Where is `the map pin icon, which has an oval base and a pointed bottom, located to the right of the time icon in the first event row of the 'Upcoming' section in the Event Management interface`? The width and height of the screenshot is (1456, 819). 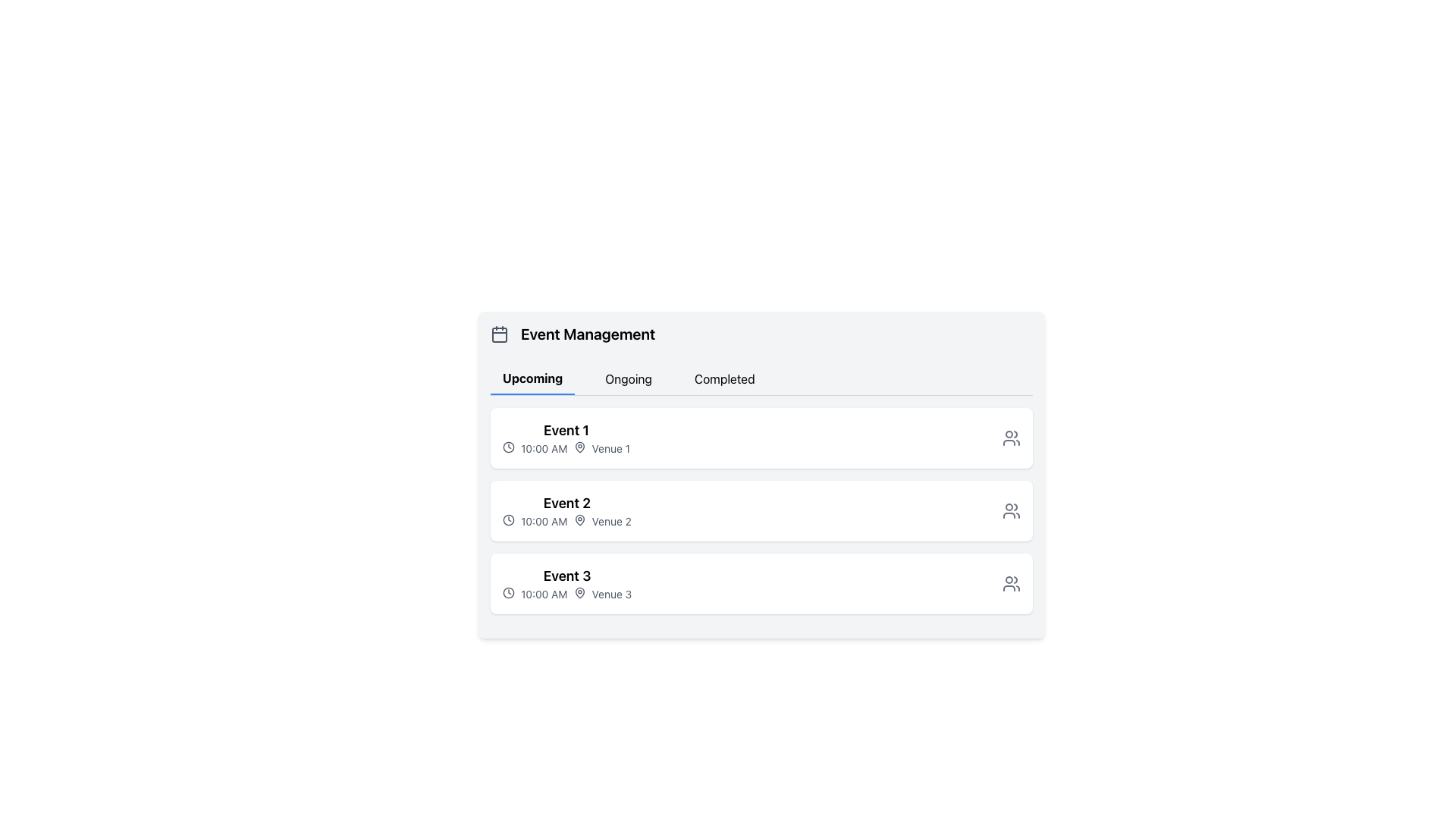 the map pin icon, which has an oval base and a pointed bottom, located to the right of the time icon in the first event row of the 'Upcoming' section in the Event Management interface is located at coordinates (579, 447).